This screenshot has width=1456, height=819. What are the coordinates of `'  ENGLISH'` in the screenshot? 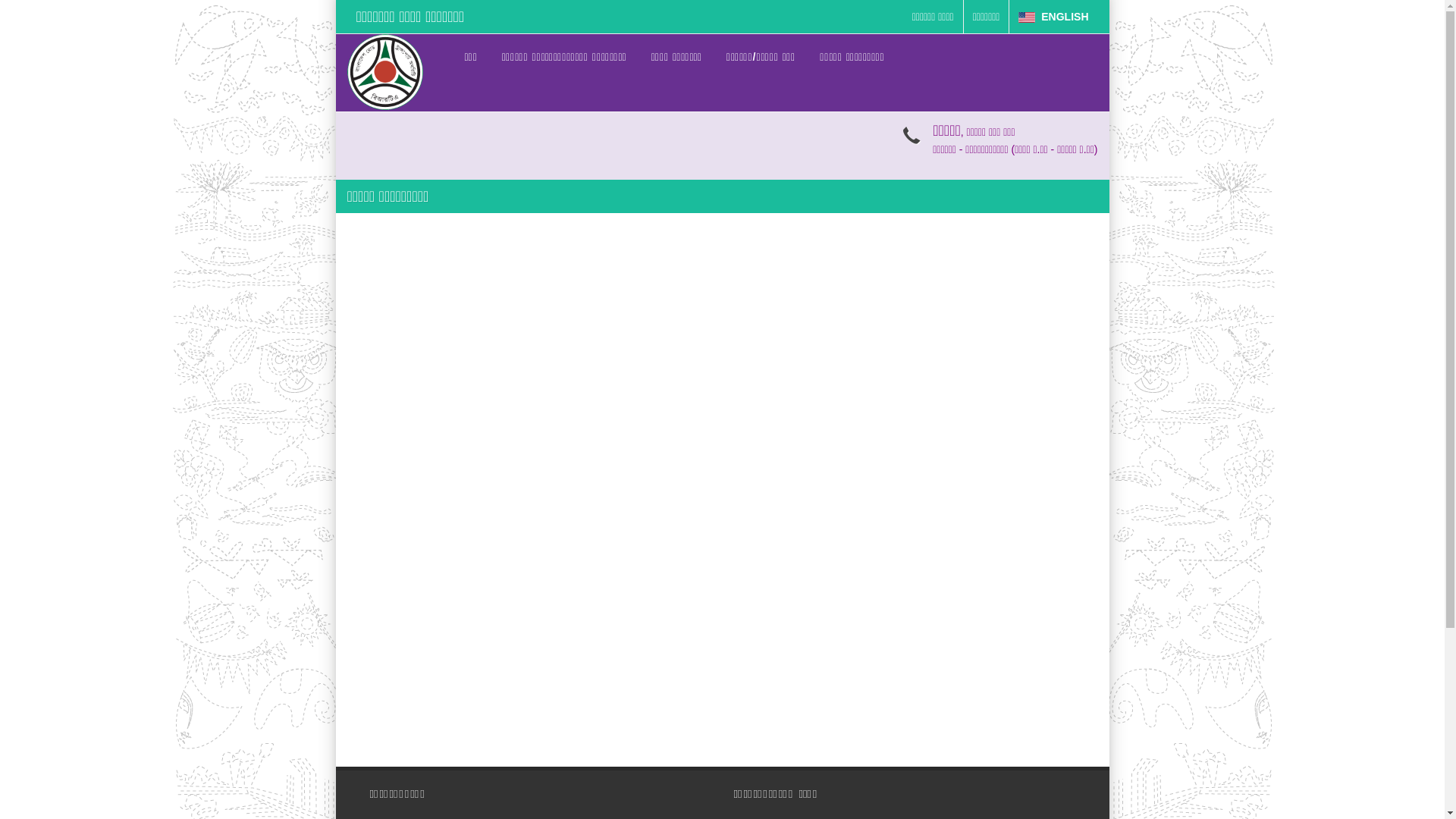 It's located at (1009, 17).